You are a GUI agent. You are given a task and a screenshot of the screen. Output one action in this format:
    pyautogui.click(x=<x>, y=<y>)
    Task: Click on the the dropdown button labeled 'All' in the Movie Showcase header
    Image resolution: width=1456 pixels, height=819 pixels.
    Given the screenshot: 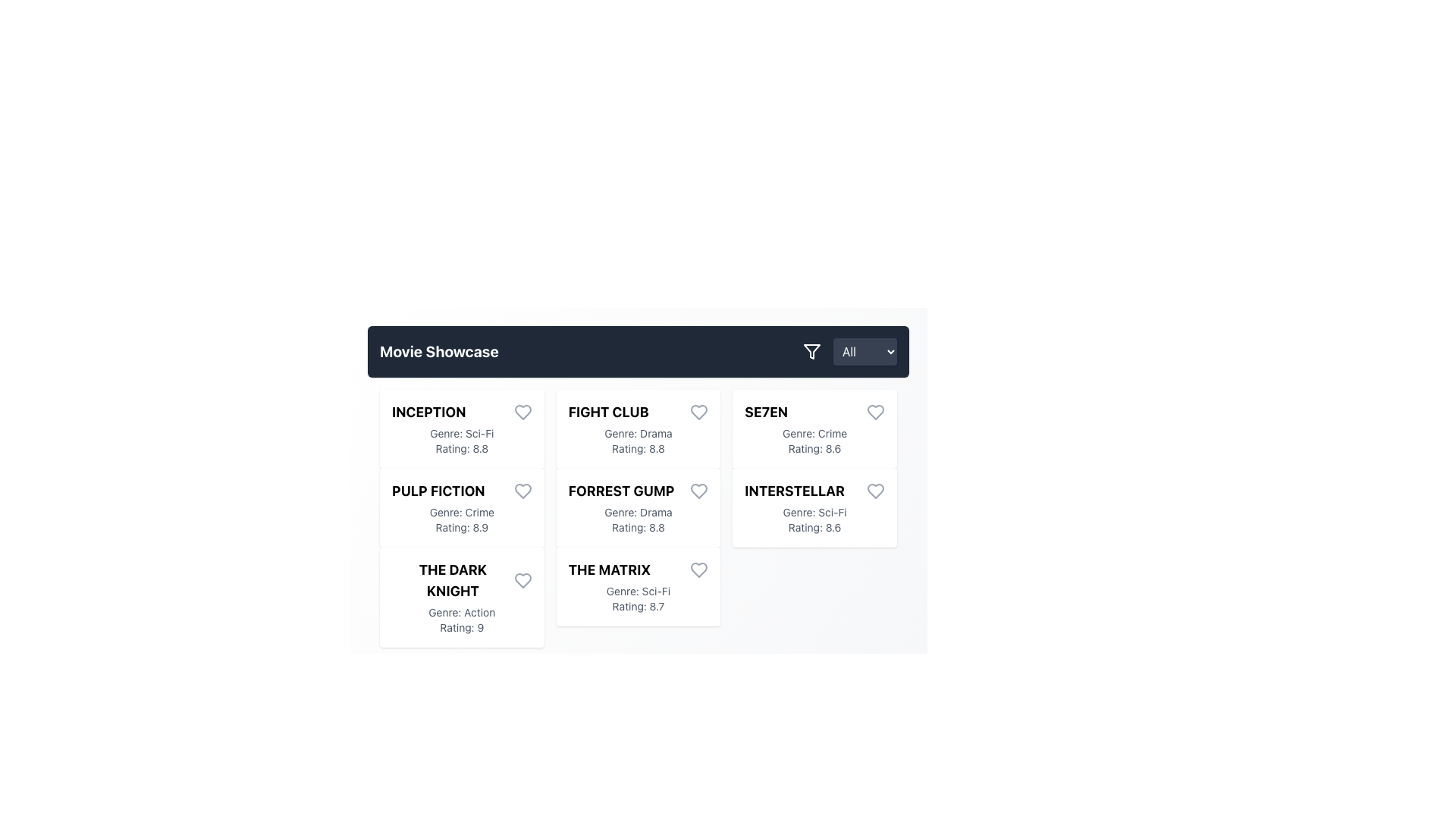 What is the action you would take?
    pyautogui.click(x=850, y=351)
    